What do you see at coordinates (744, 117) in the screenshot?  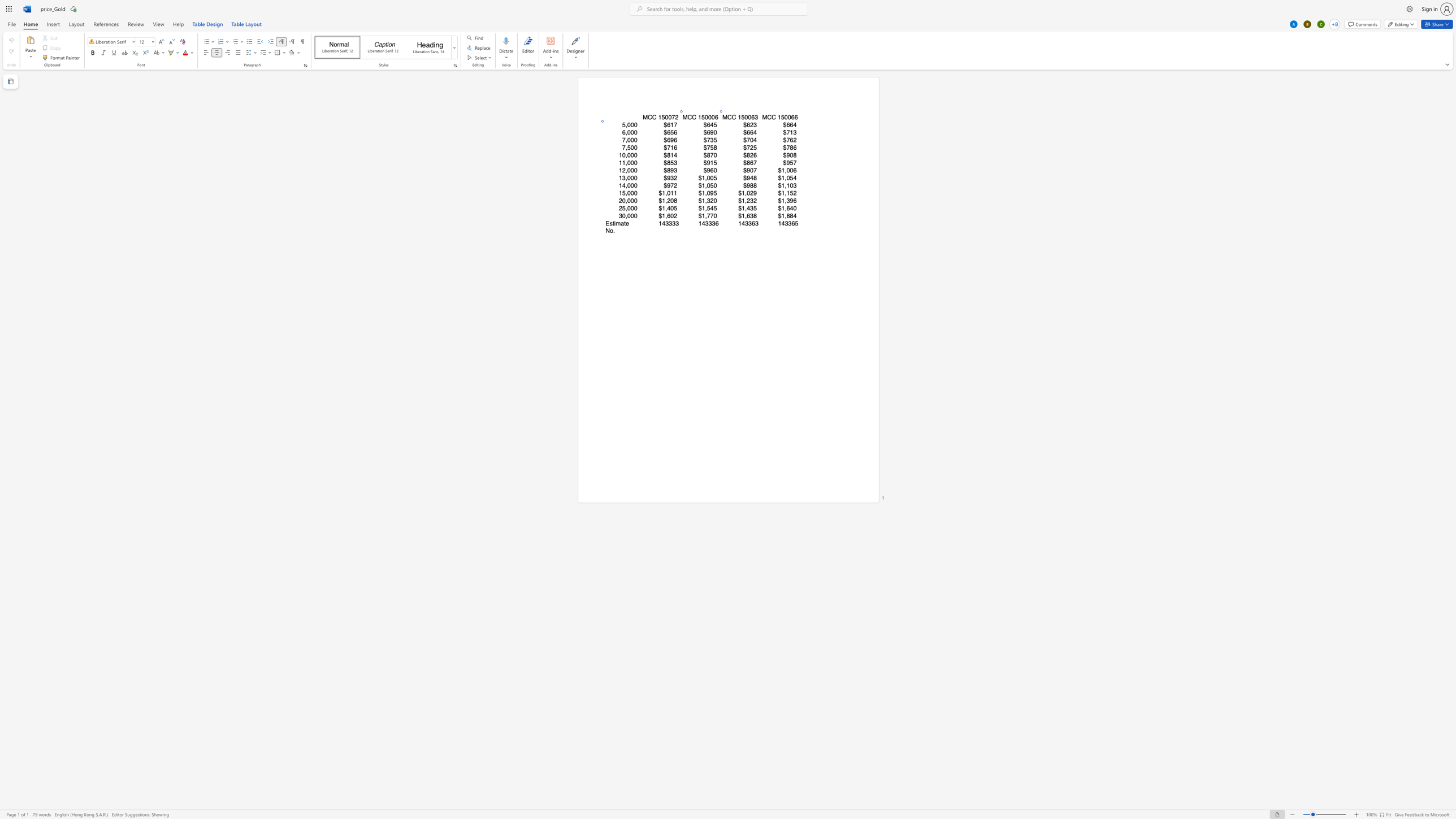 I see `the space between the continuous character "5" and "0" in the text` at bounding box center [744, 117].